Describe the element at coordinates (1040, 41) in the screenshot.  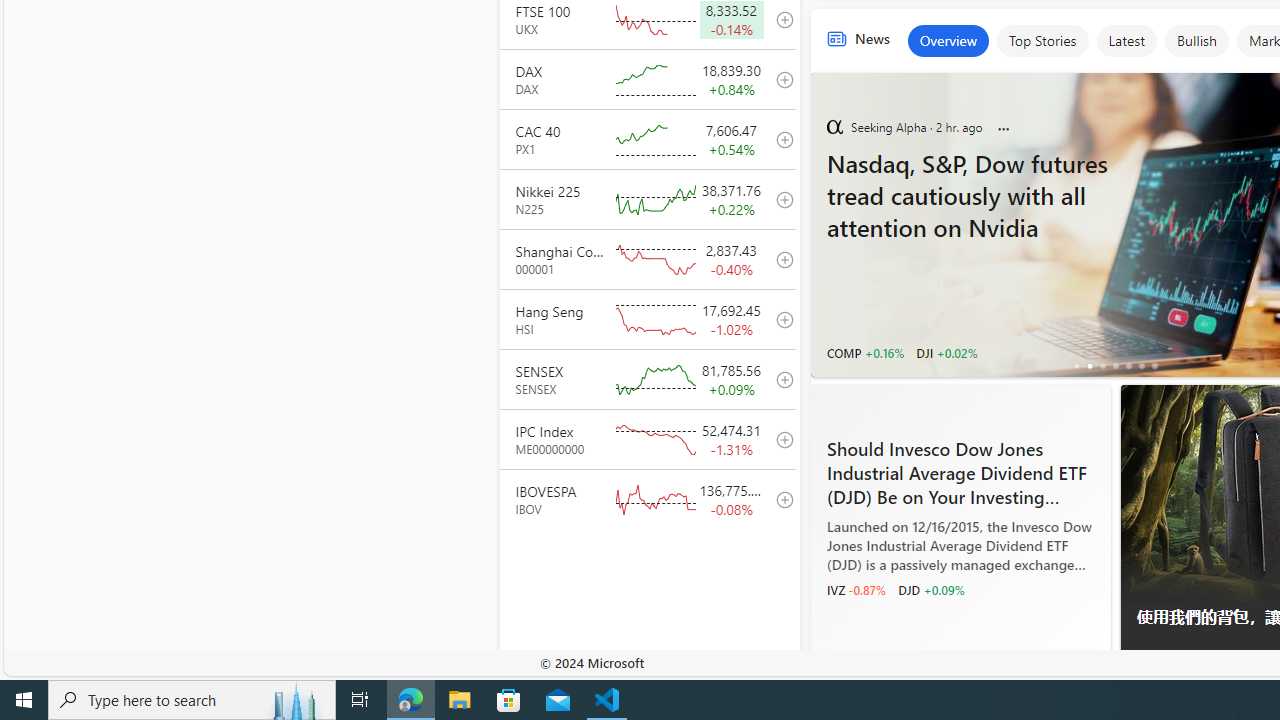
I see `'Top Stories'` at that location.